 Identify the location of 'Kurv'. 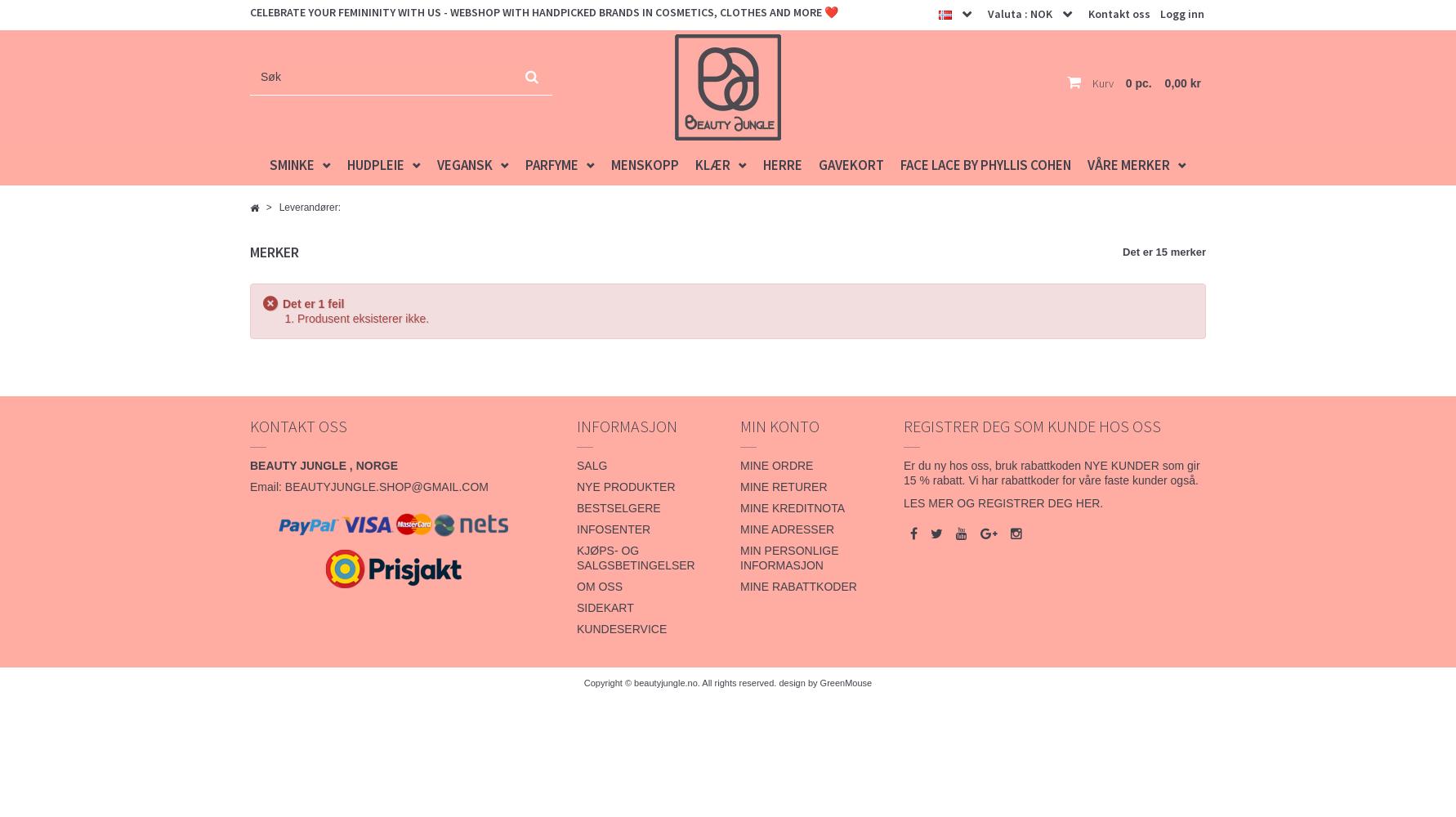
(1101, 83).